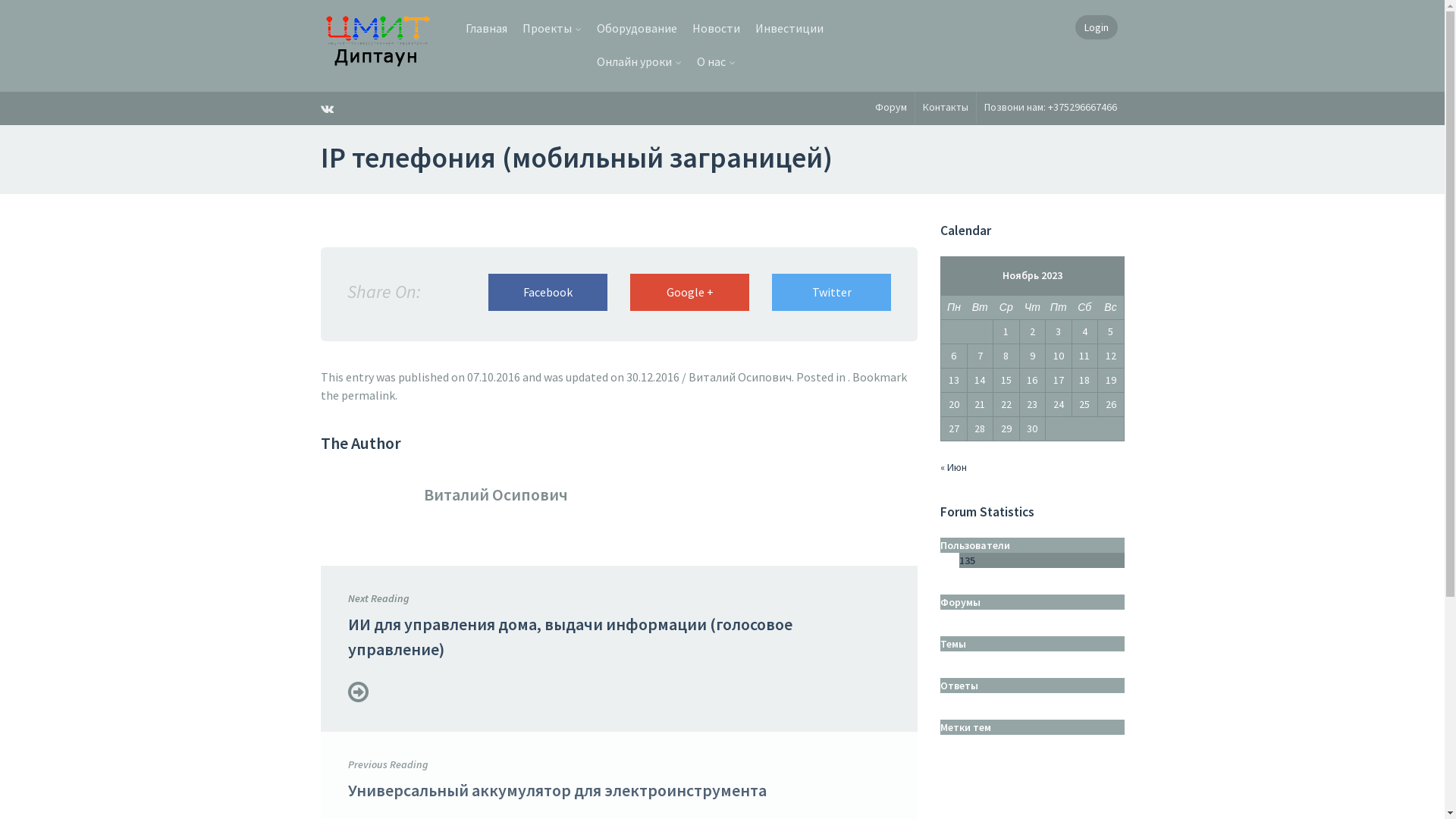 The width and height of the screenshot is (1456, 819). What do you see at coordinates (368, 394) in the screenshot?
I see `'permalink'` at bounding box center [368, 394].